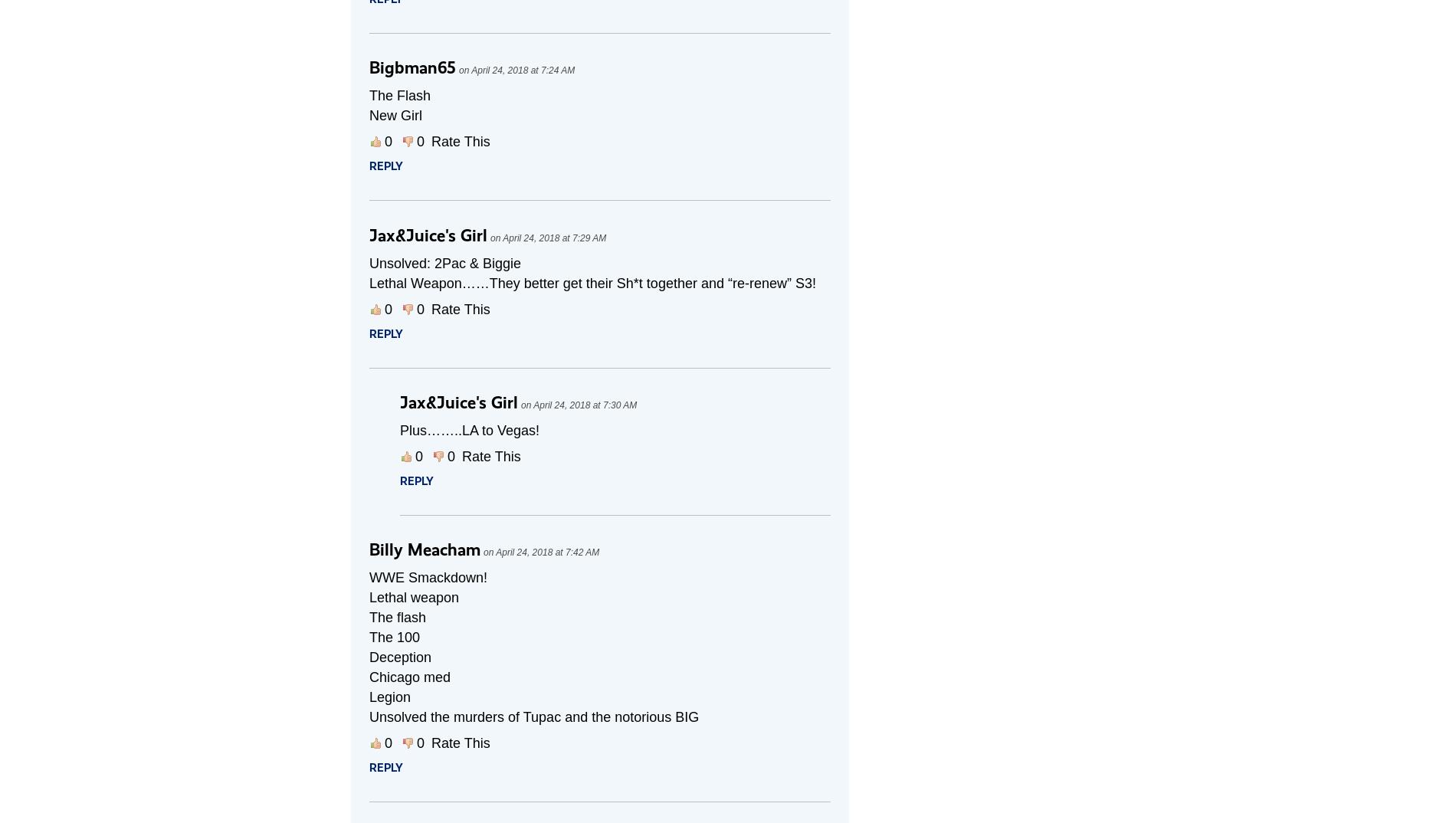 Image resolution: width=1456 pixels, height=823 pixels. I want to click on 'The Flash', so click(399, 95).